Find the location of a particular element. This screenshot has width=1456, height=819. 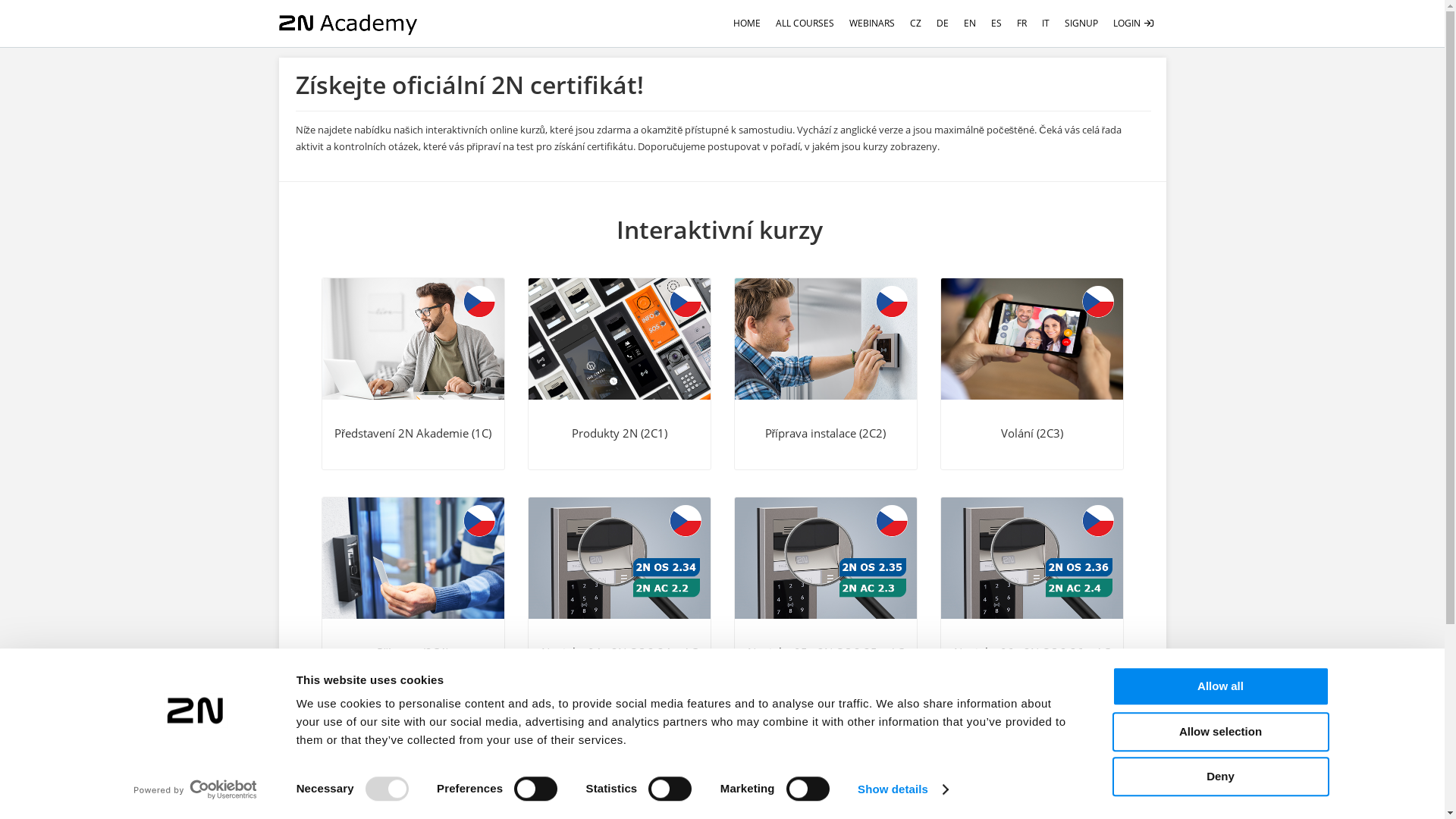

'SIGNUP' is located at coordinates (1080, 23).